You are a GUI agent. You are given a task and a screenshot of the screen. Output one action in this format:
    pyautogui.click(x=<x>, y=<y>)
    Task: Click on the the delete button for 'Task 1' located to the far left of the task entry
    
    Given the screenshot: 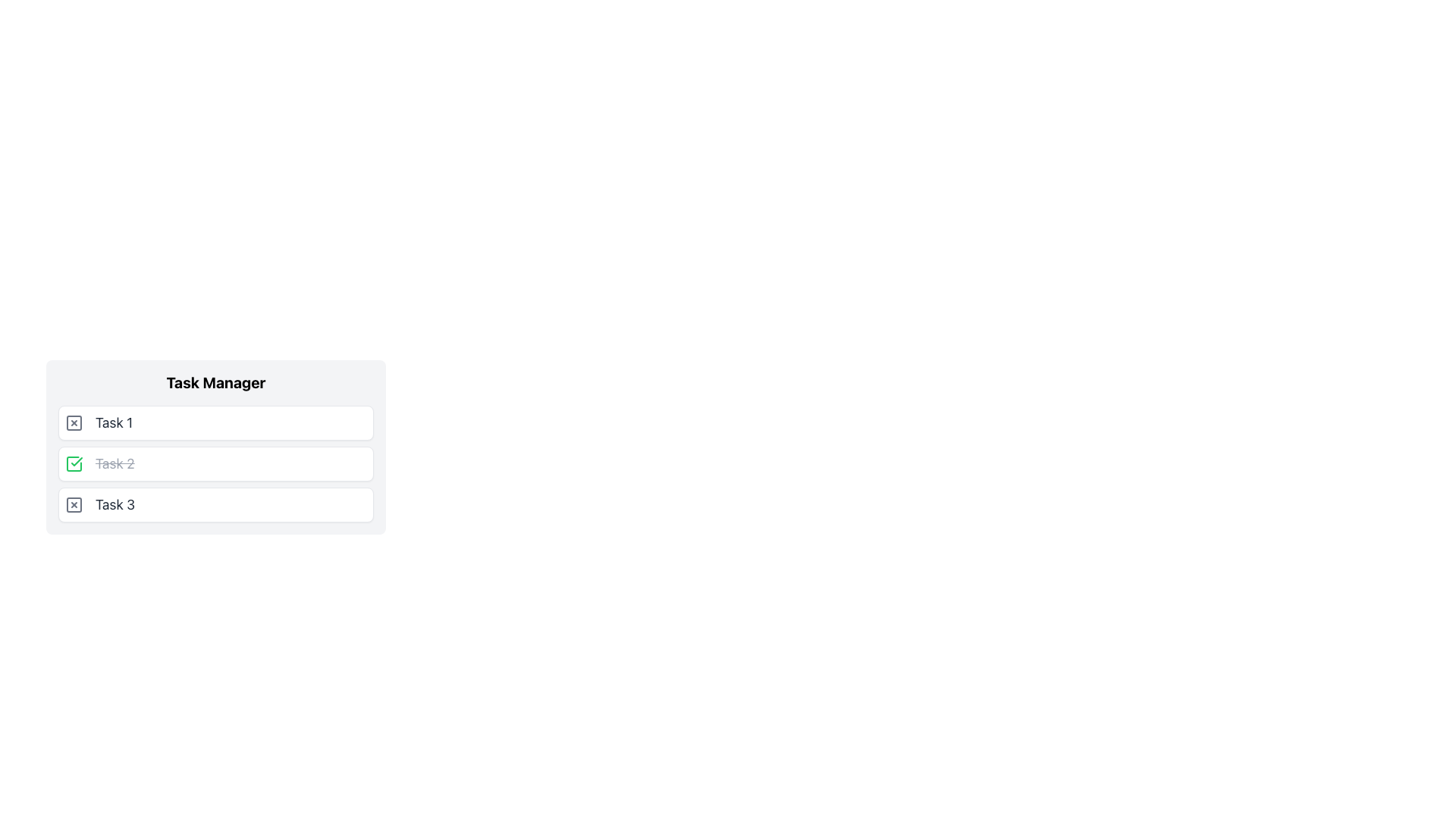 What is the action you would take?
    pyautogui.click(x=73, y=423)
    